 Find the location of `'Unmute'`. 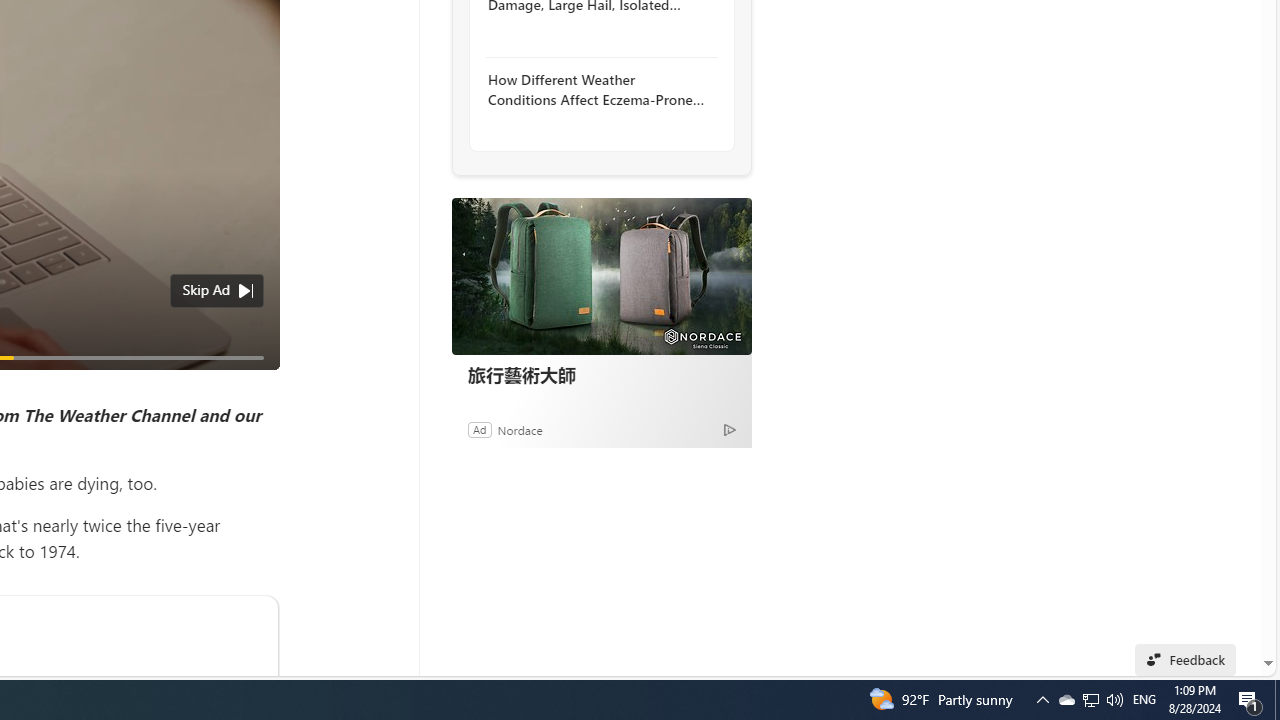

'Unmute' is located at coordinates (252, 381).